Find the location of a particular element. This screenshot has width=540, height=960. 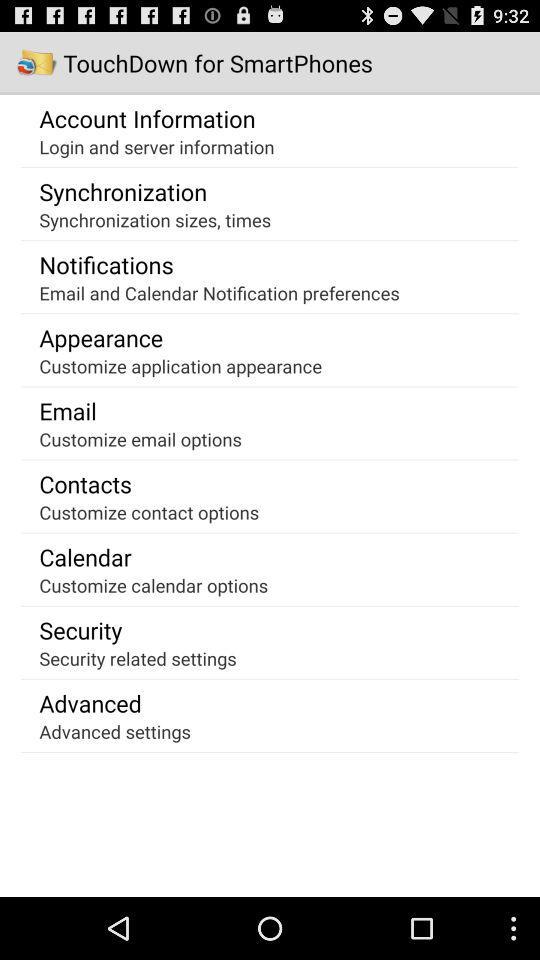

the icon above synchronization icon is located at coordinates (155, 145).